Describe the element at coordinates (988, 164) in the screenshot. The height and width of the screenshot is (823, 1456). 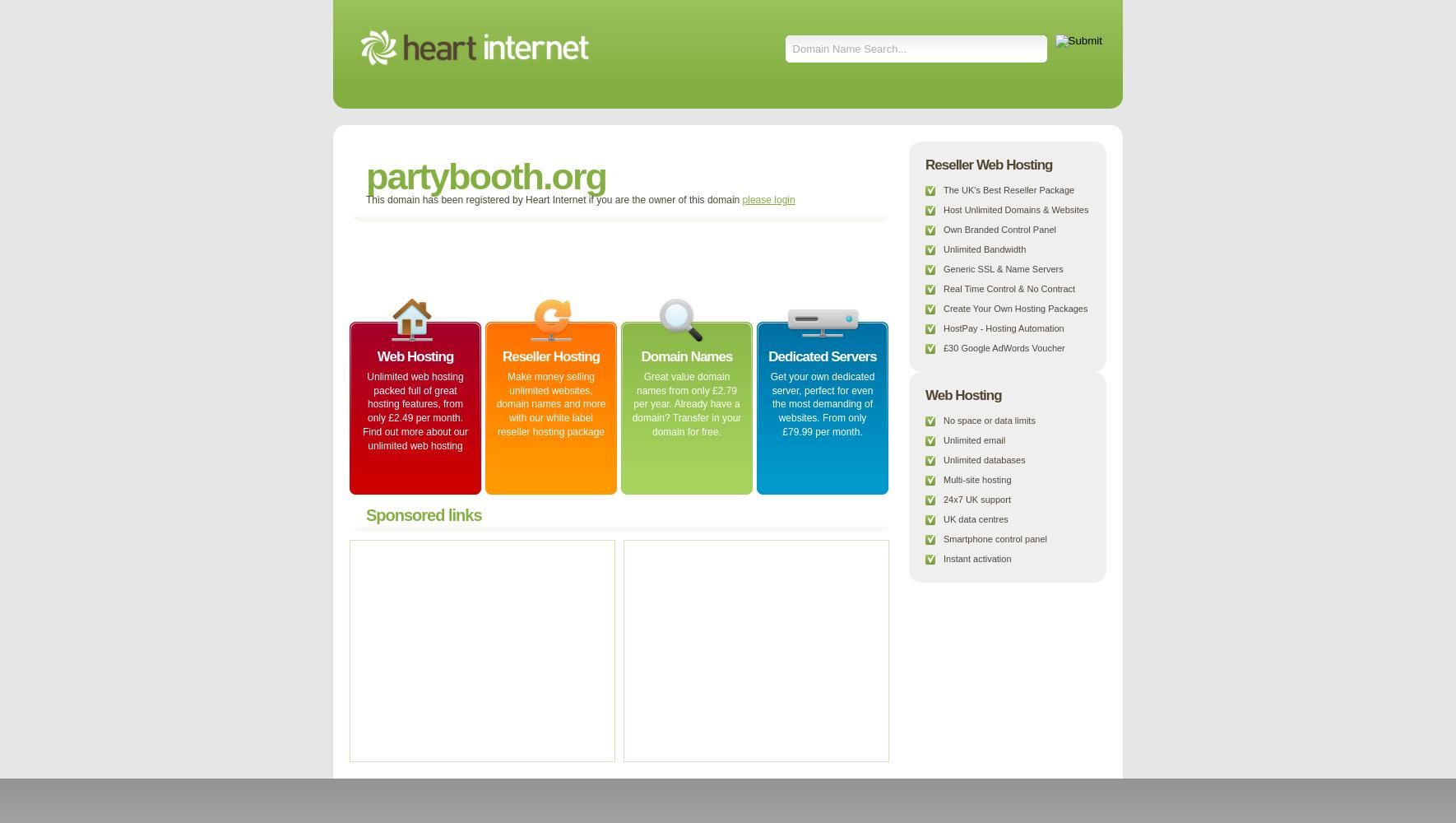
I see `'Reseller Web Hosting'` at that location.